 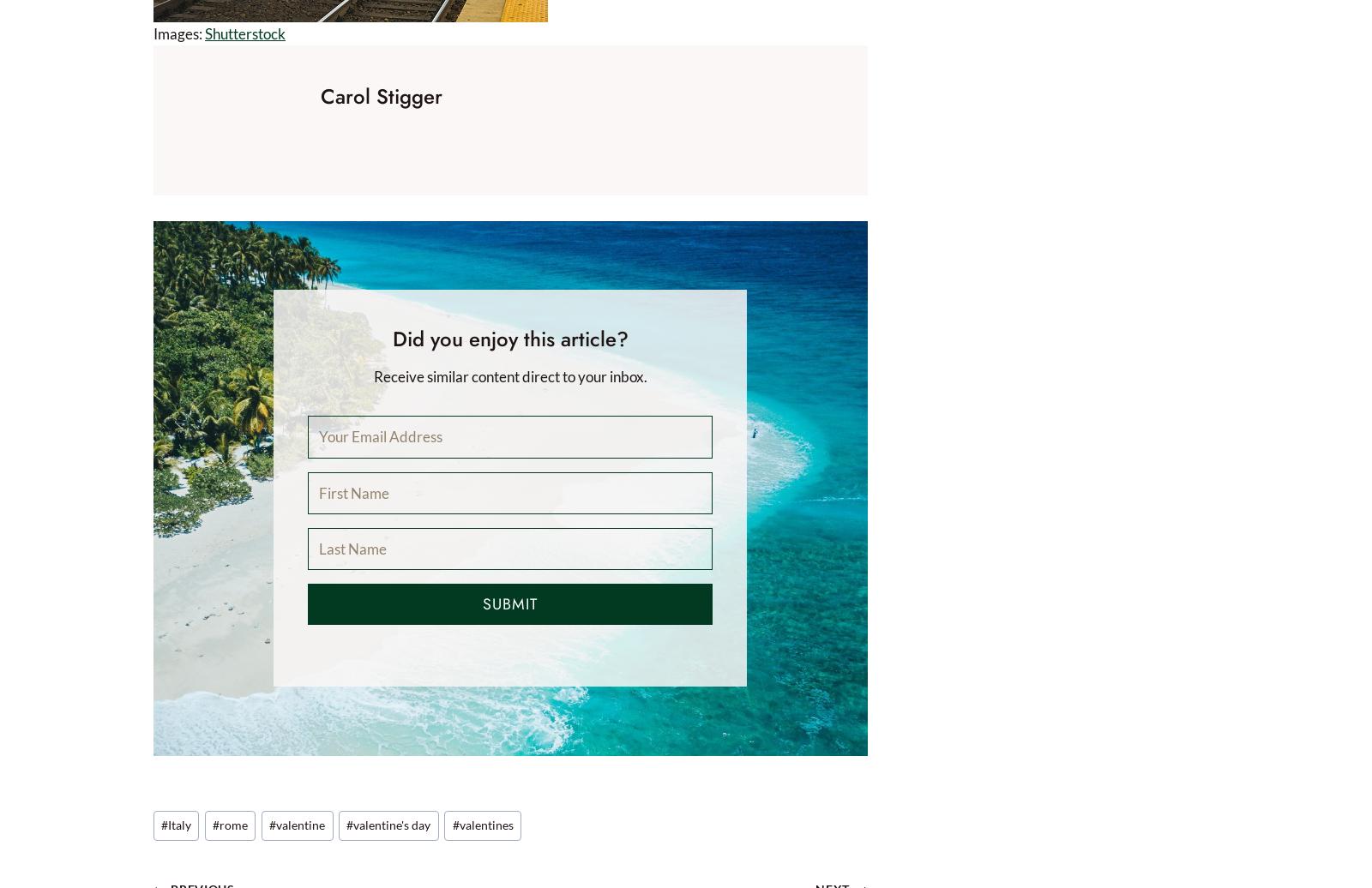 I want to click on 'Shutterstock', so click(x=205, y=33).